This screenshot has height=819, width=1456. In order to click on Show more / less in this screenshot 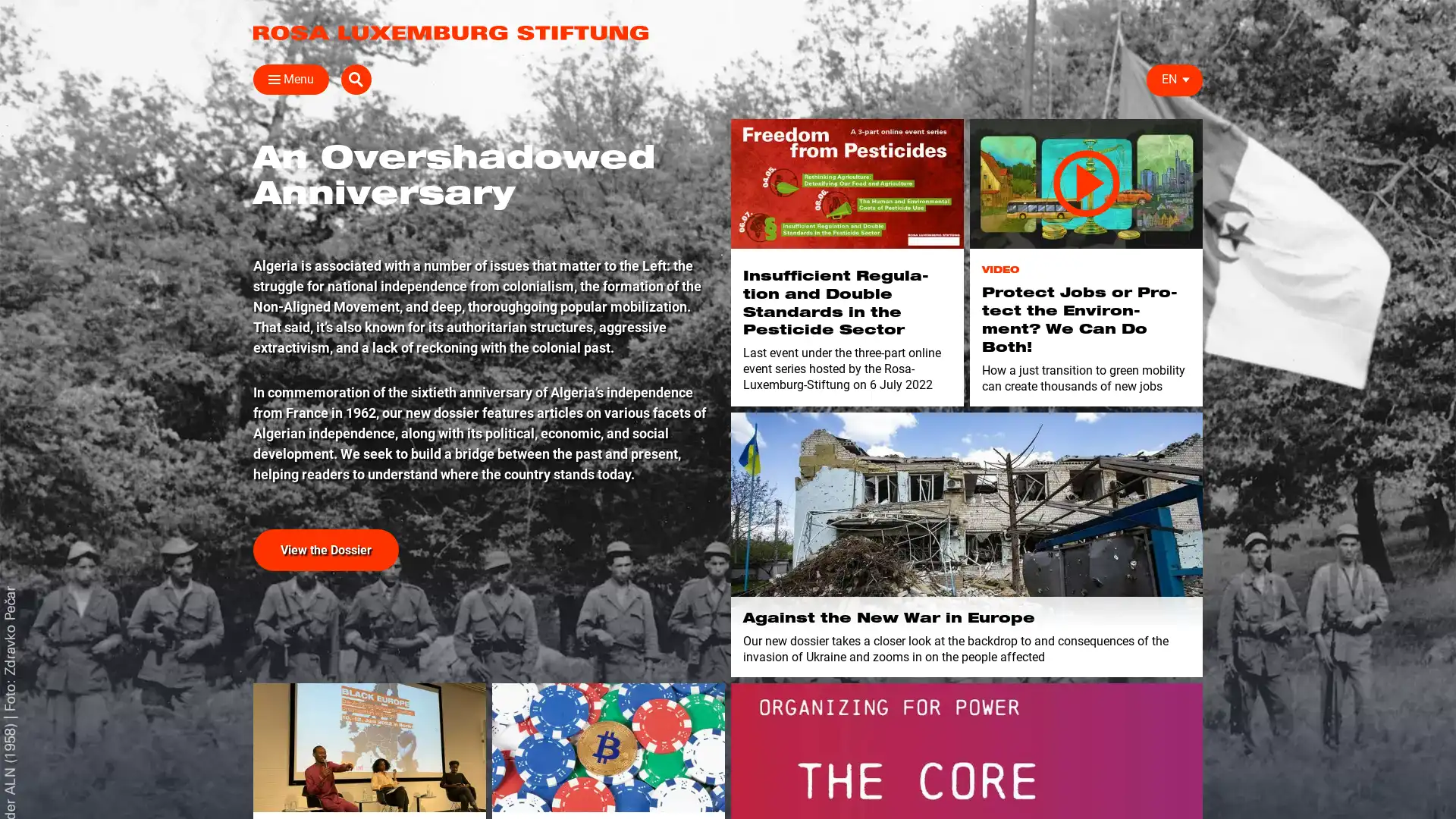, I will do `click(246, 275)`.